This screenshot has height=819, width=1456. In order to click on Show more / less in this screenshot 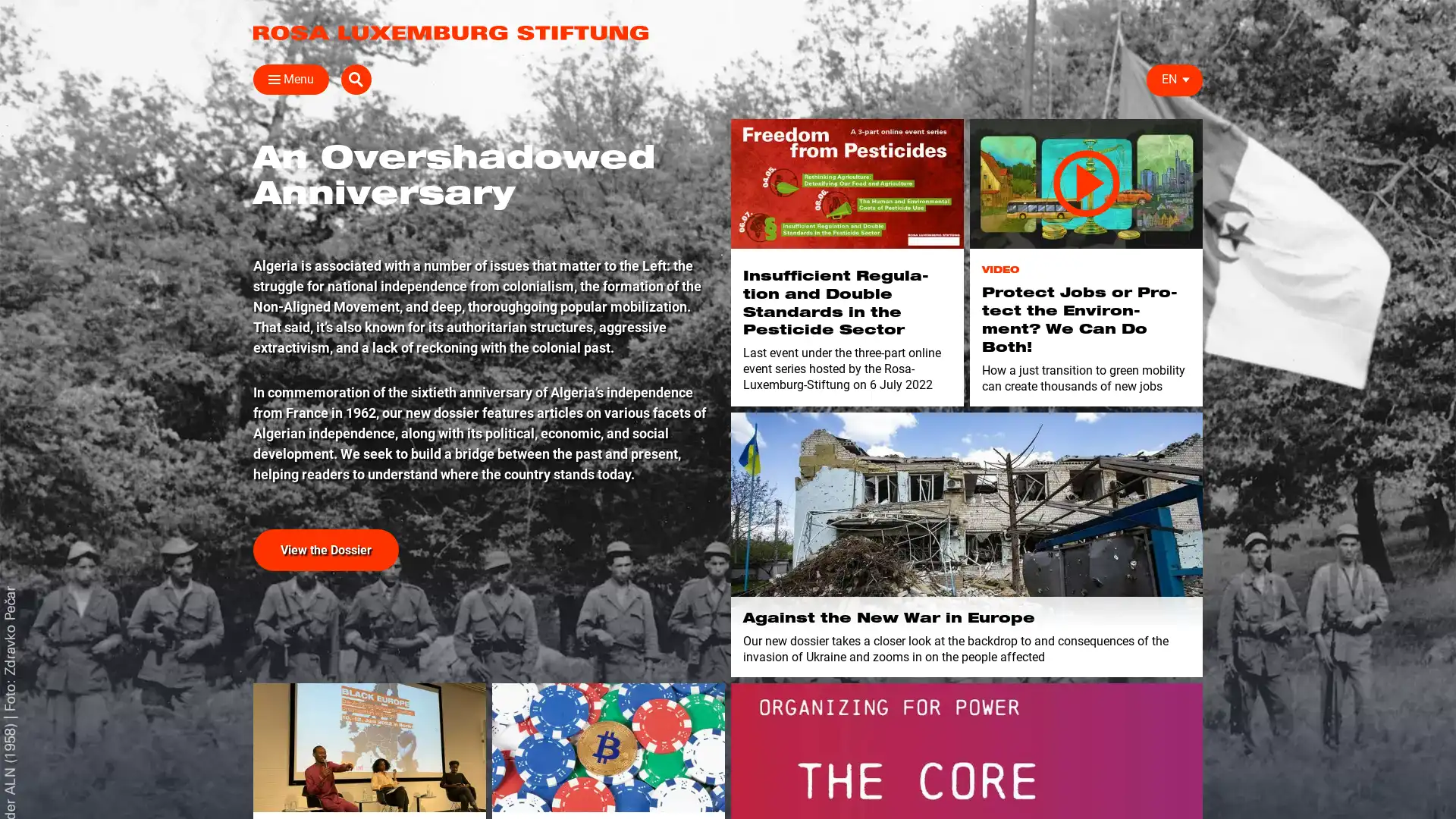, I will do `click(246, 275)`.